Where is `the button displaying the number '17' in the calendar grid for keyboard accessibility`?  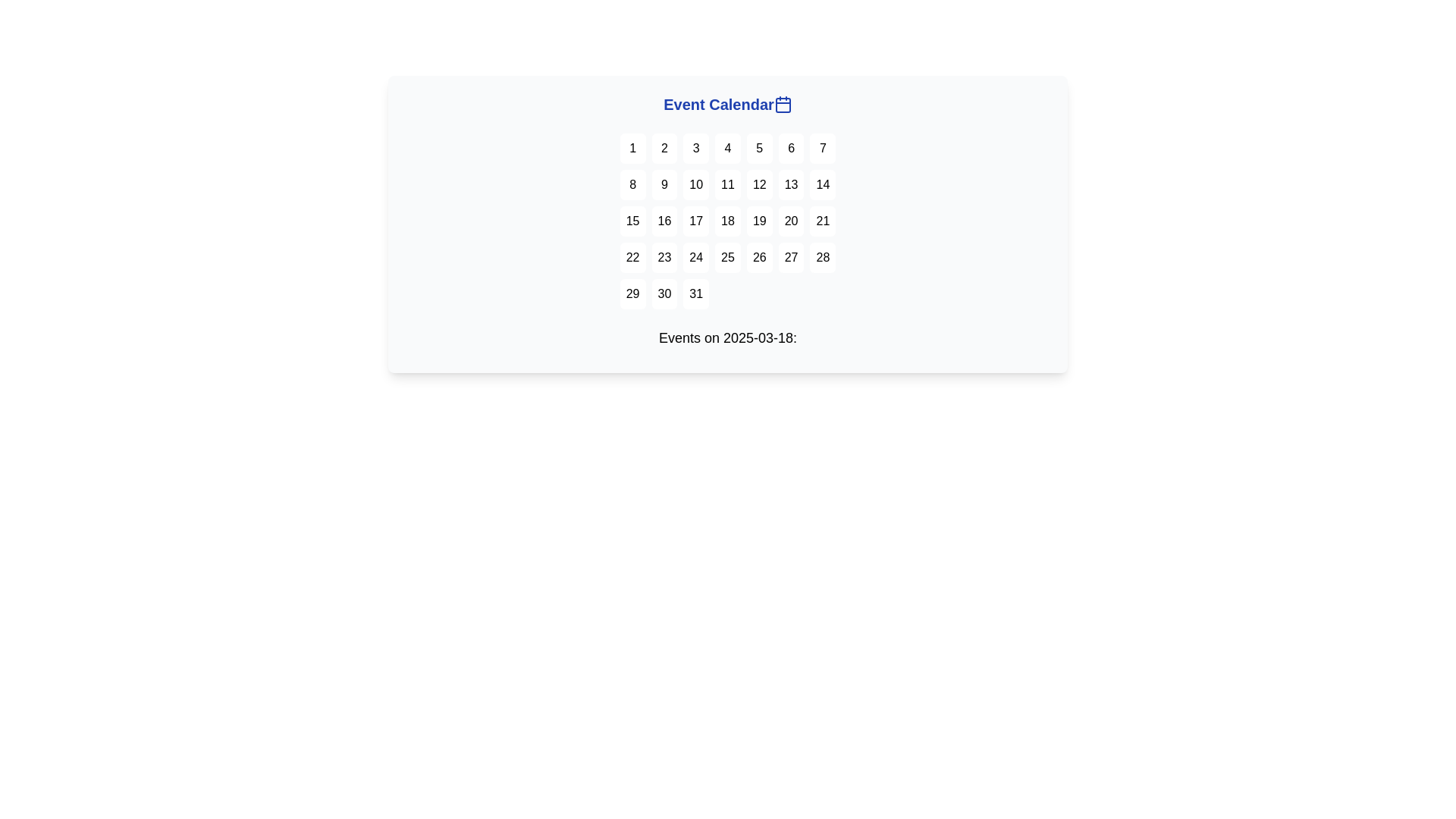 the button displaying the number '17' in the calendar grid for keyboard accessibility is located at coordinates (695, 221).